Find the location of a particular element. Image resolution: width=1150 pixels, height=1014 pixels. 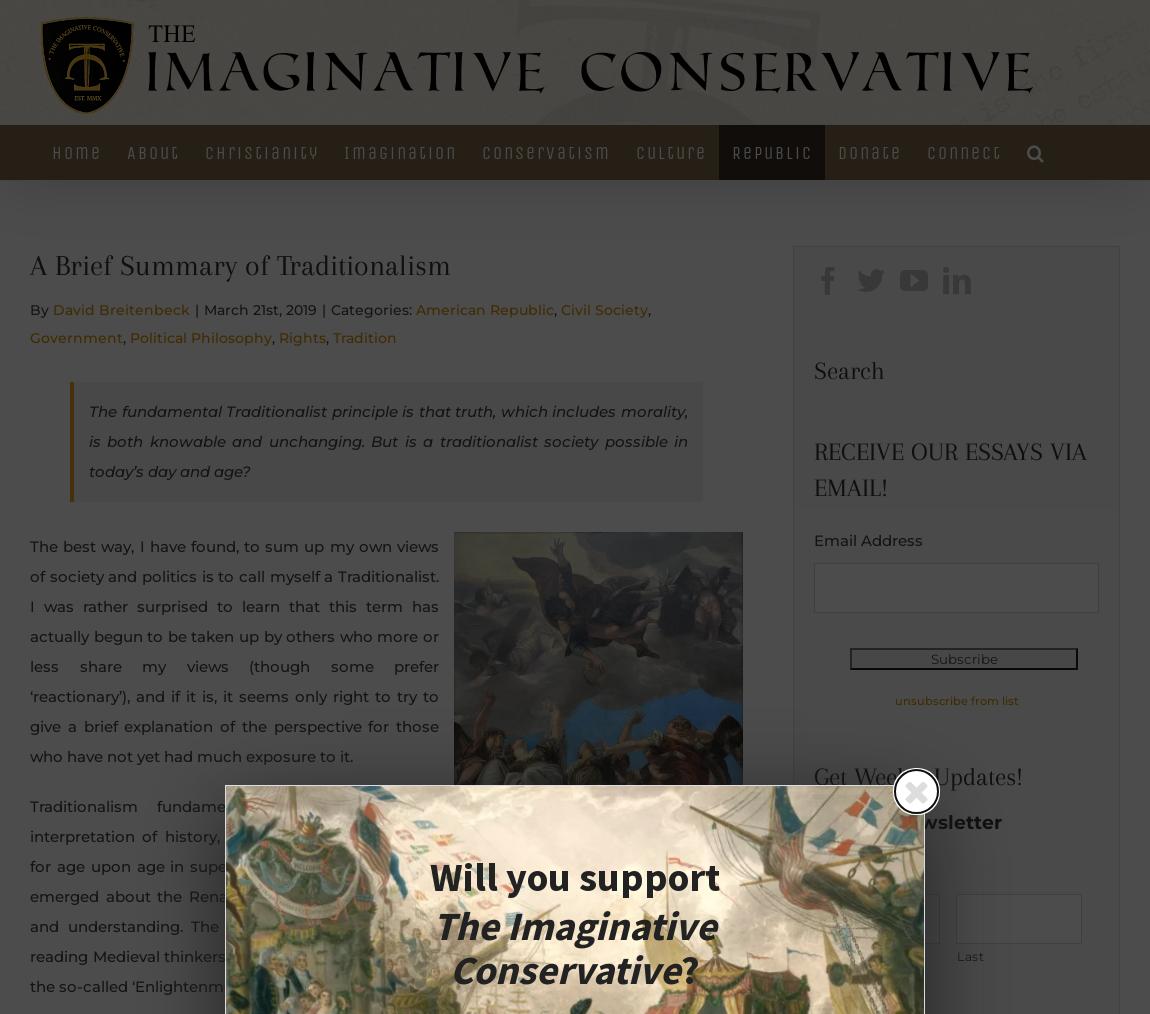

'Name' is located at coordinates (835, 866).